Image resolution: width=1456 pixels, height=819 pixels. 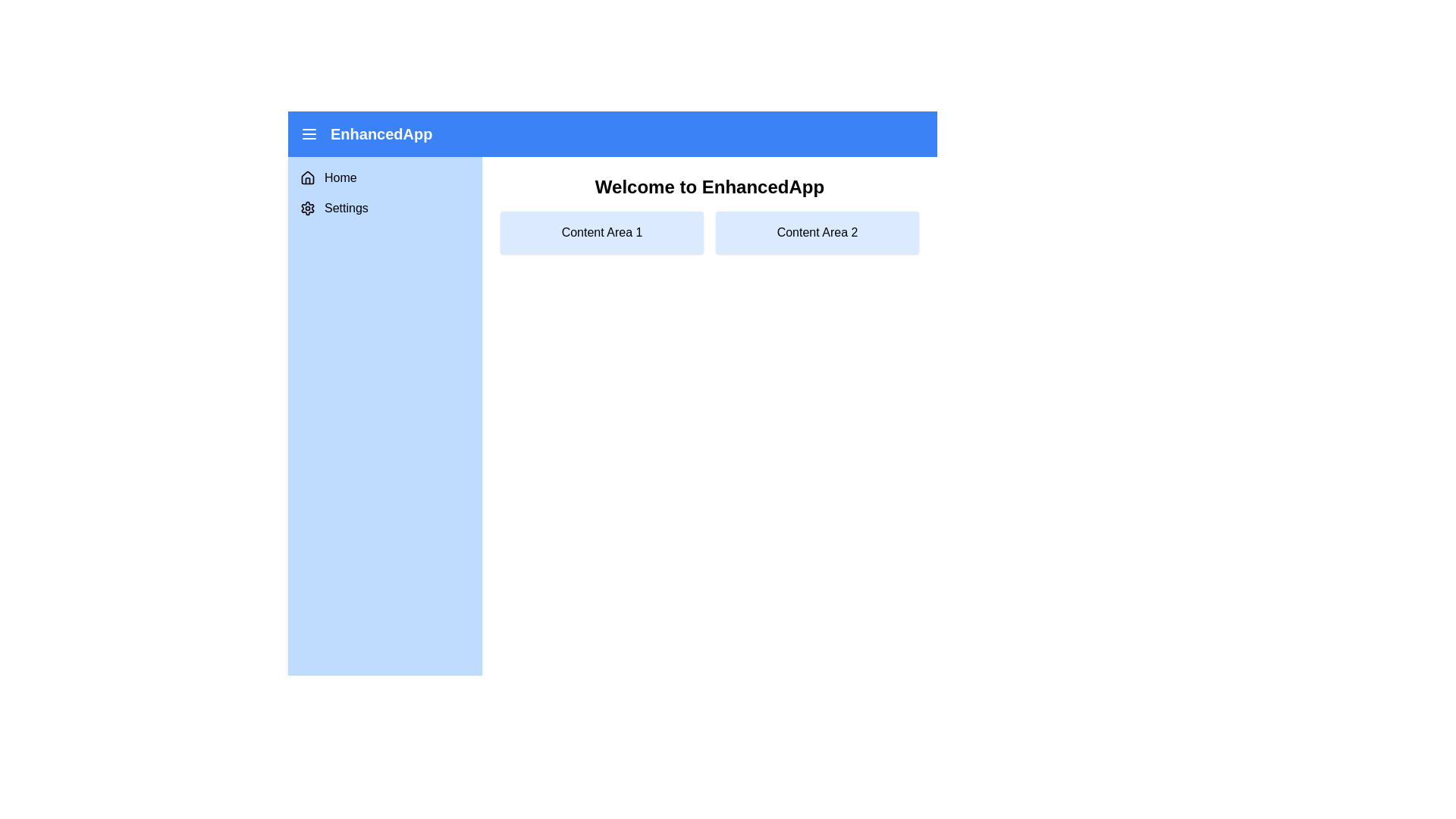 I want to click on the navigation button located in the left sidebar, positioned directly below the 'Home' menu item, so click(x=385, y=208).